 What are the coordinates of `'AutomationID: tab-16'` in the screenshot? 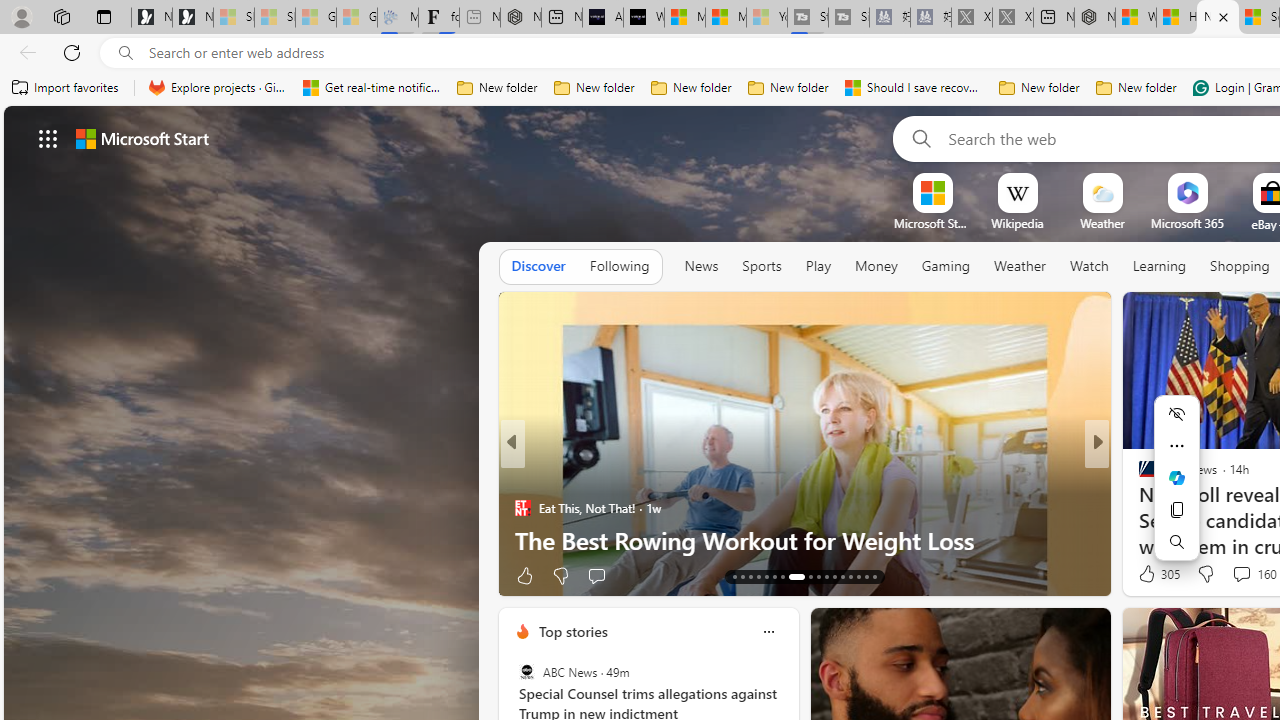 It's located at (757, 577).